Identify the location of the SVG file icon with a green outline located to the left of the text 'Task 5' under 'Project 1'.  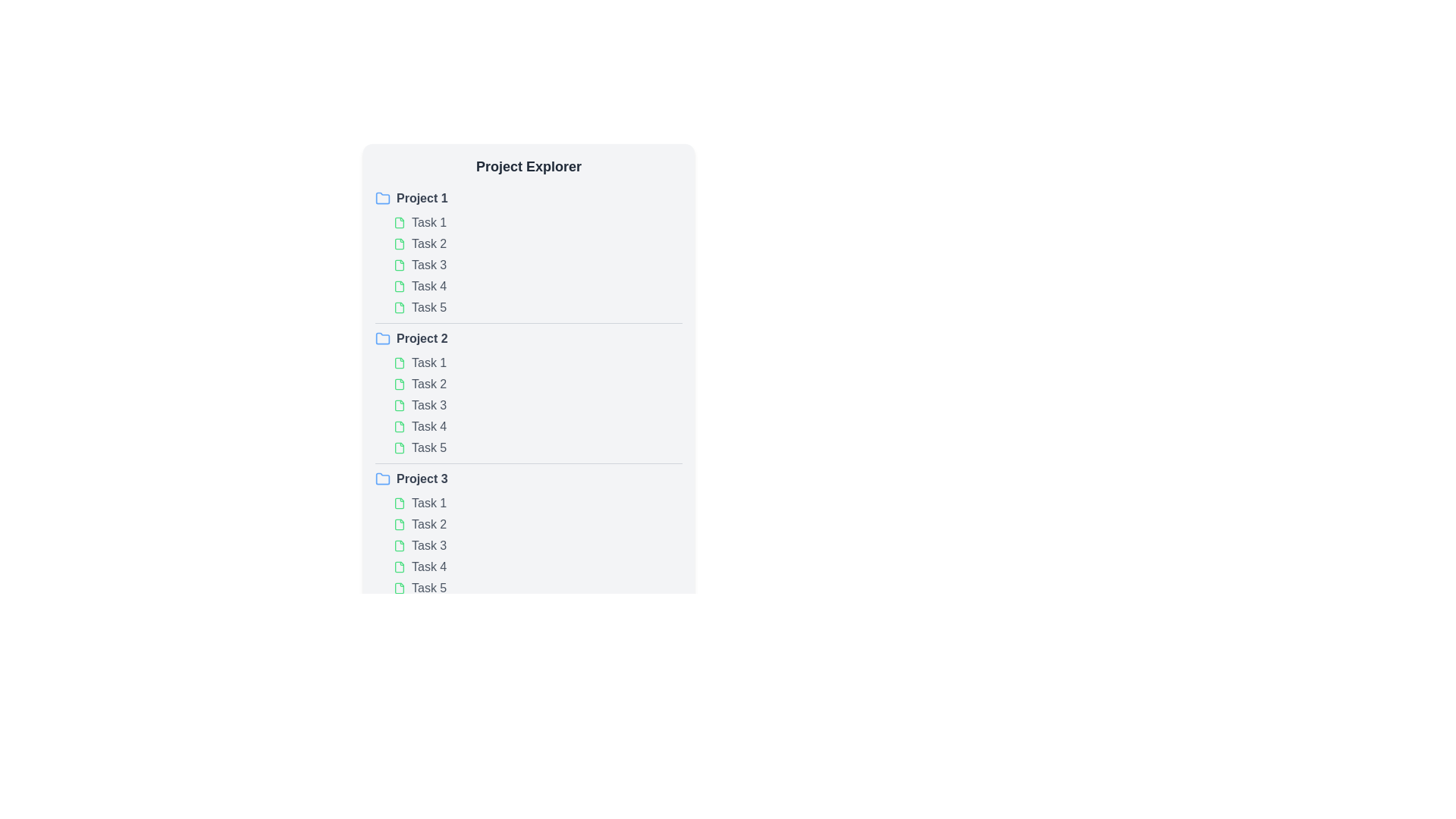
(400, 307).